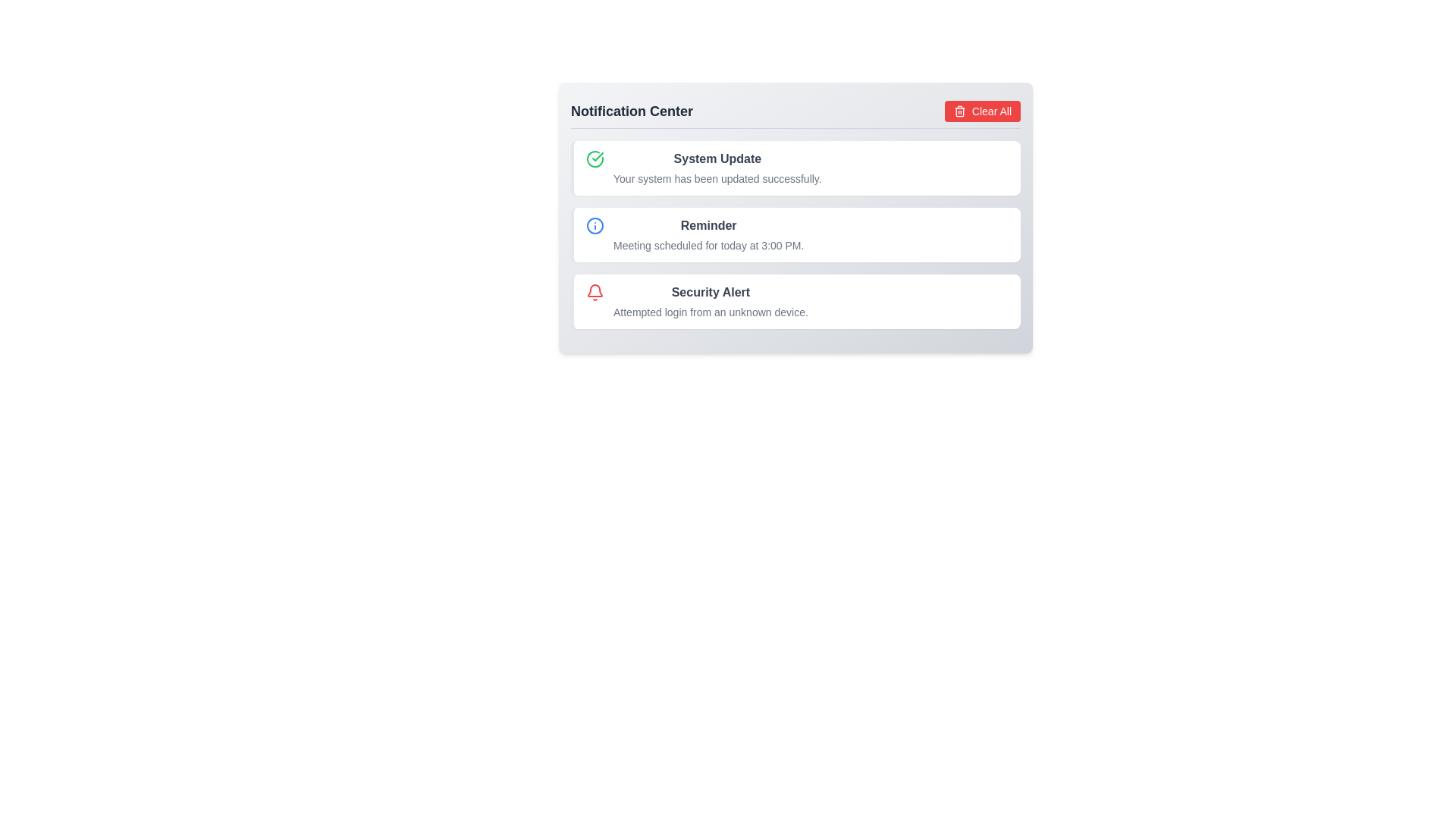 The image size is (1456, 819). What do you see at coordinates (795, 168) in the screenshot?
I see `text content of the first notification card in the Notification Center, which indicates a successful system update` at bounding box center [795, 168].